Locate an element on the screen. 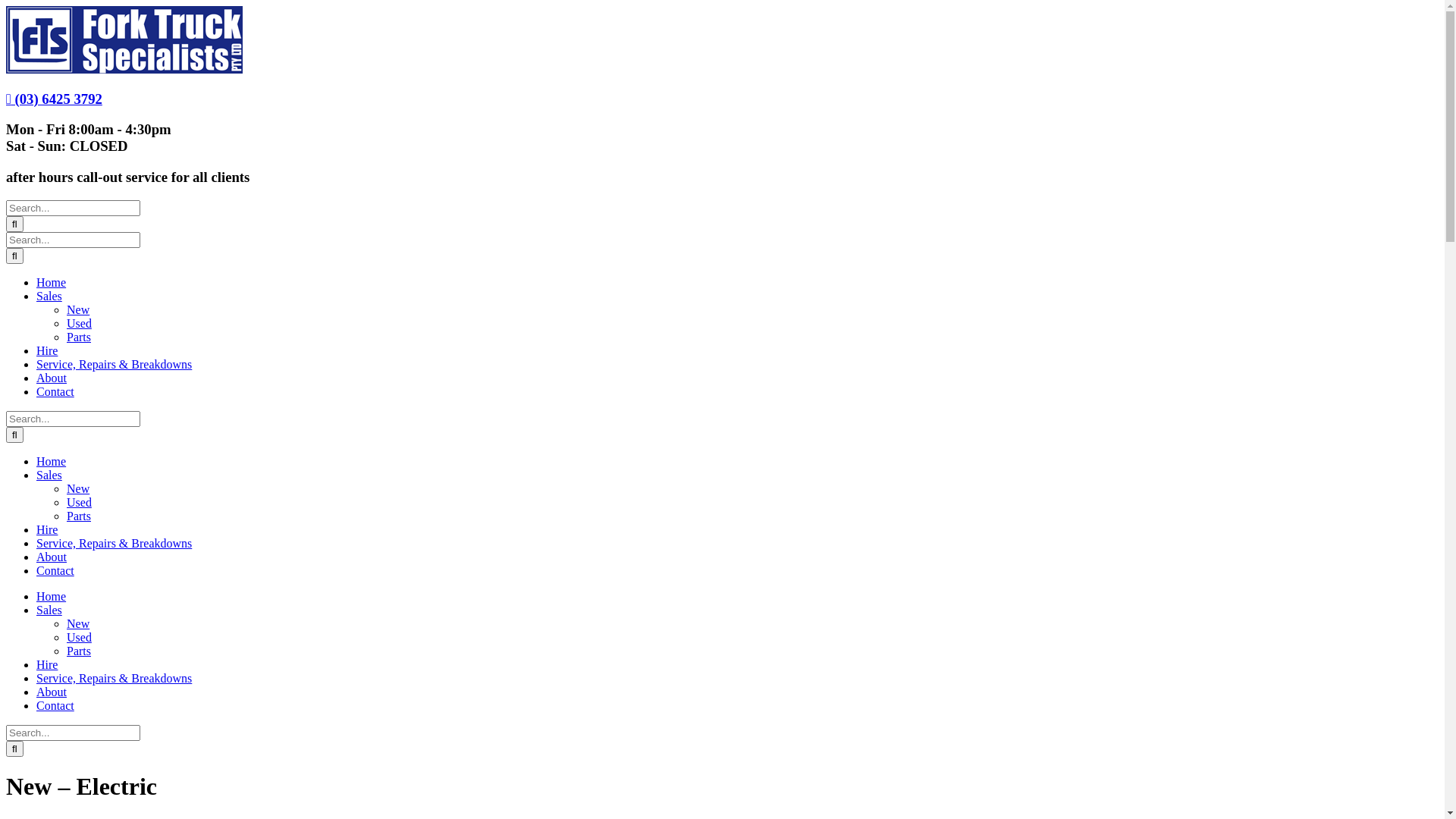  'Sales' is located at coordinates (49, 474).